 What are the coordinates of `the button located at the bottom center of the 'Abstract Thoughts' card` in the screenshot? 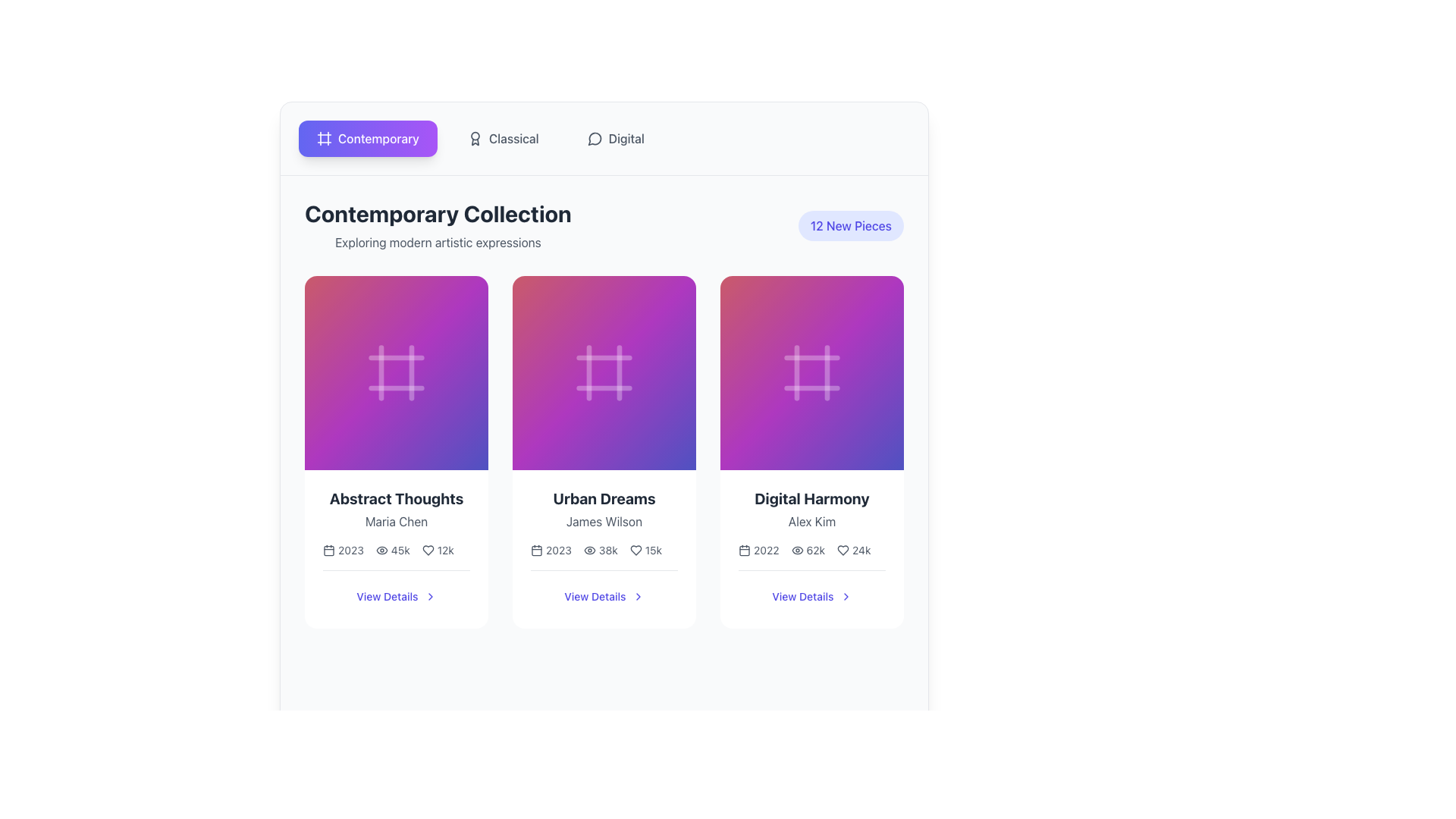 It's located at (397, 595).